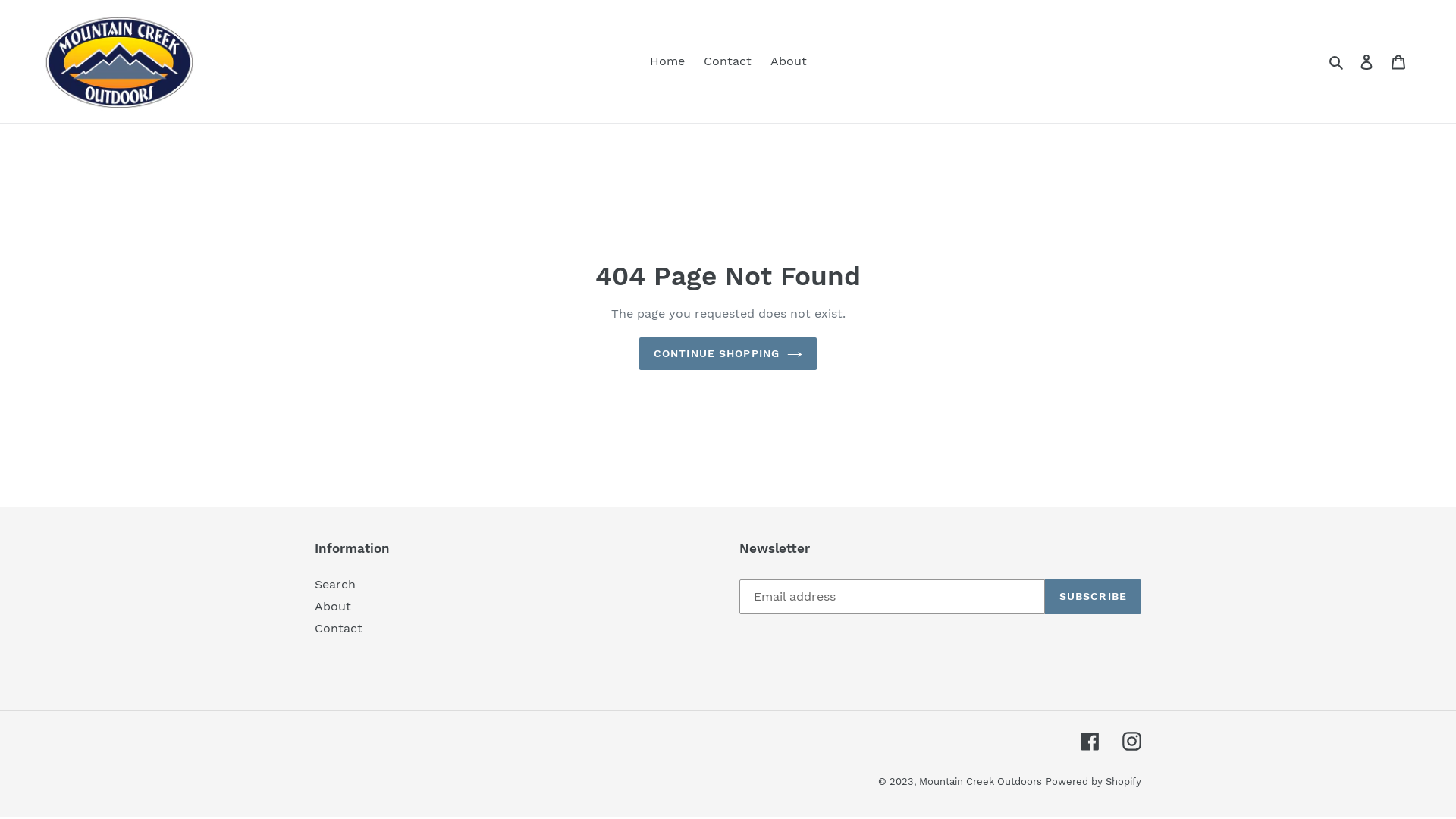 The image size is (1456, 819). What do you see at coordinates (1093, 595) in the screenshot?
I see `'SUBSCRIBE'` at bounding box center [1093, 595].